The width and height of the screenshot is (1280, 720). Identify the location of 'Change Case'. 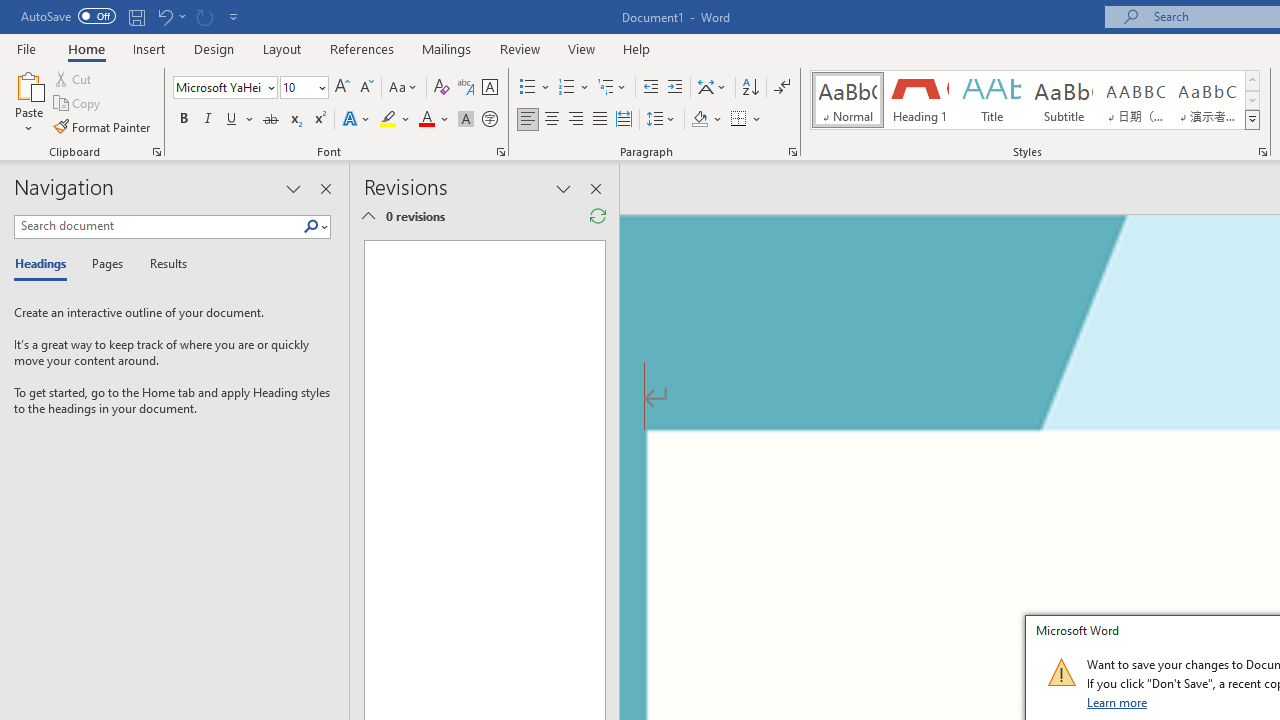
(403, 86).